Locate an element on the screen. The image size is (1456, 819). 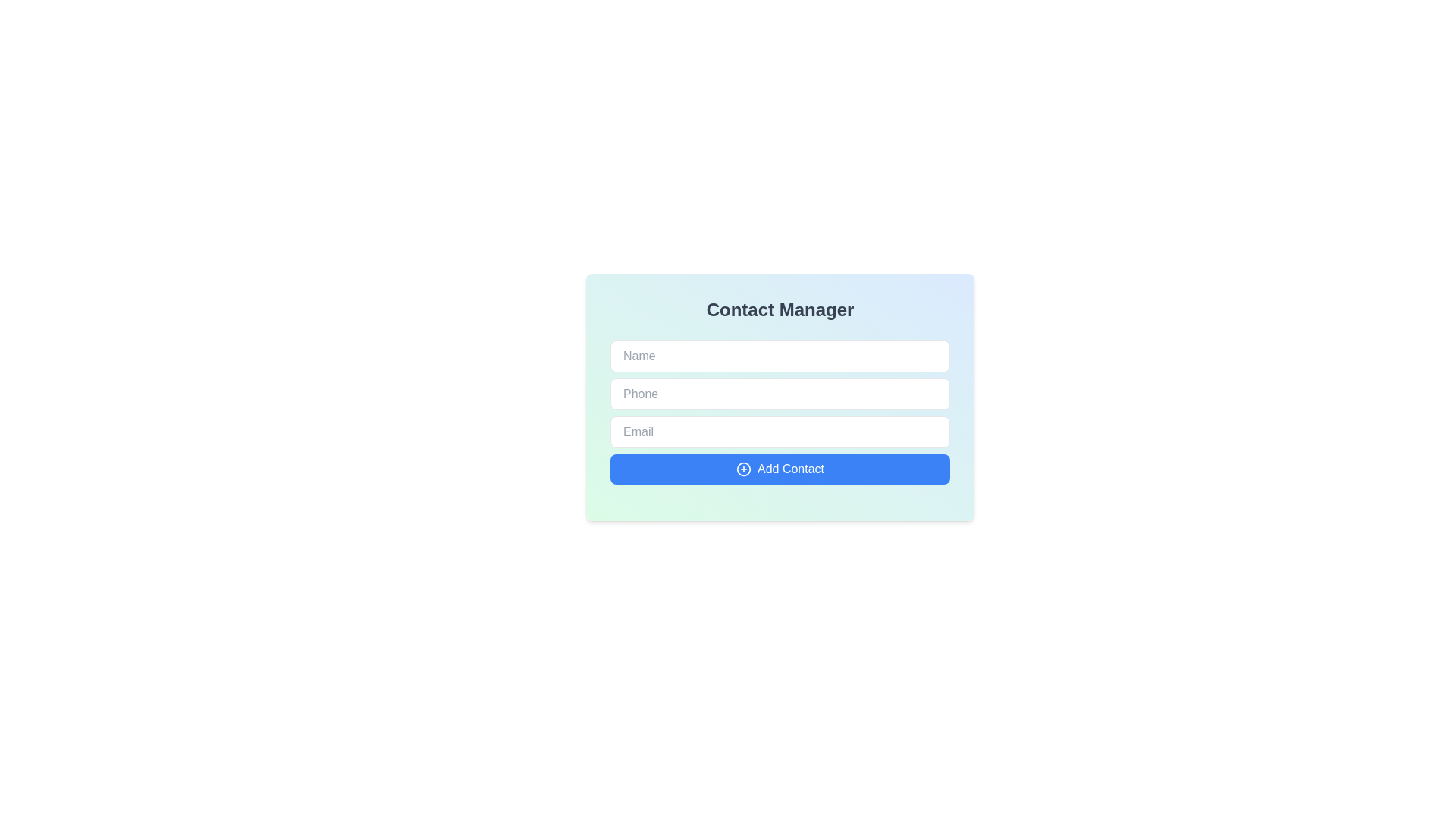
and clear the text input field for phone number, which is the second field in the form layout, by deleting any existing text is located at coordinates (780, 397).